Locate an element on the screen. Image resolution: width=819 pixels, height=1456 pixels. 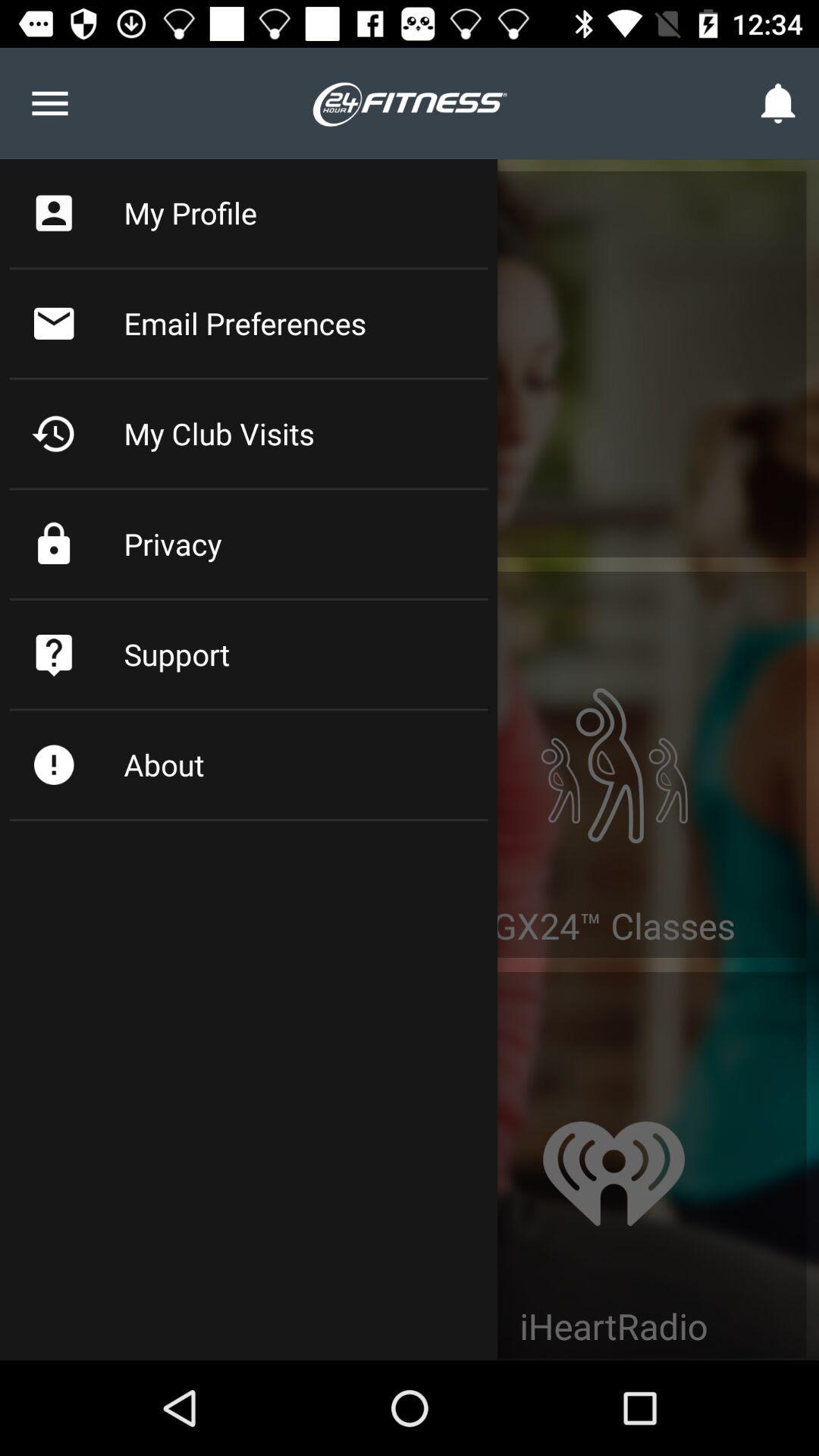
bell icon is located at coordinates (779, 102).